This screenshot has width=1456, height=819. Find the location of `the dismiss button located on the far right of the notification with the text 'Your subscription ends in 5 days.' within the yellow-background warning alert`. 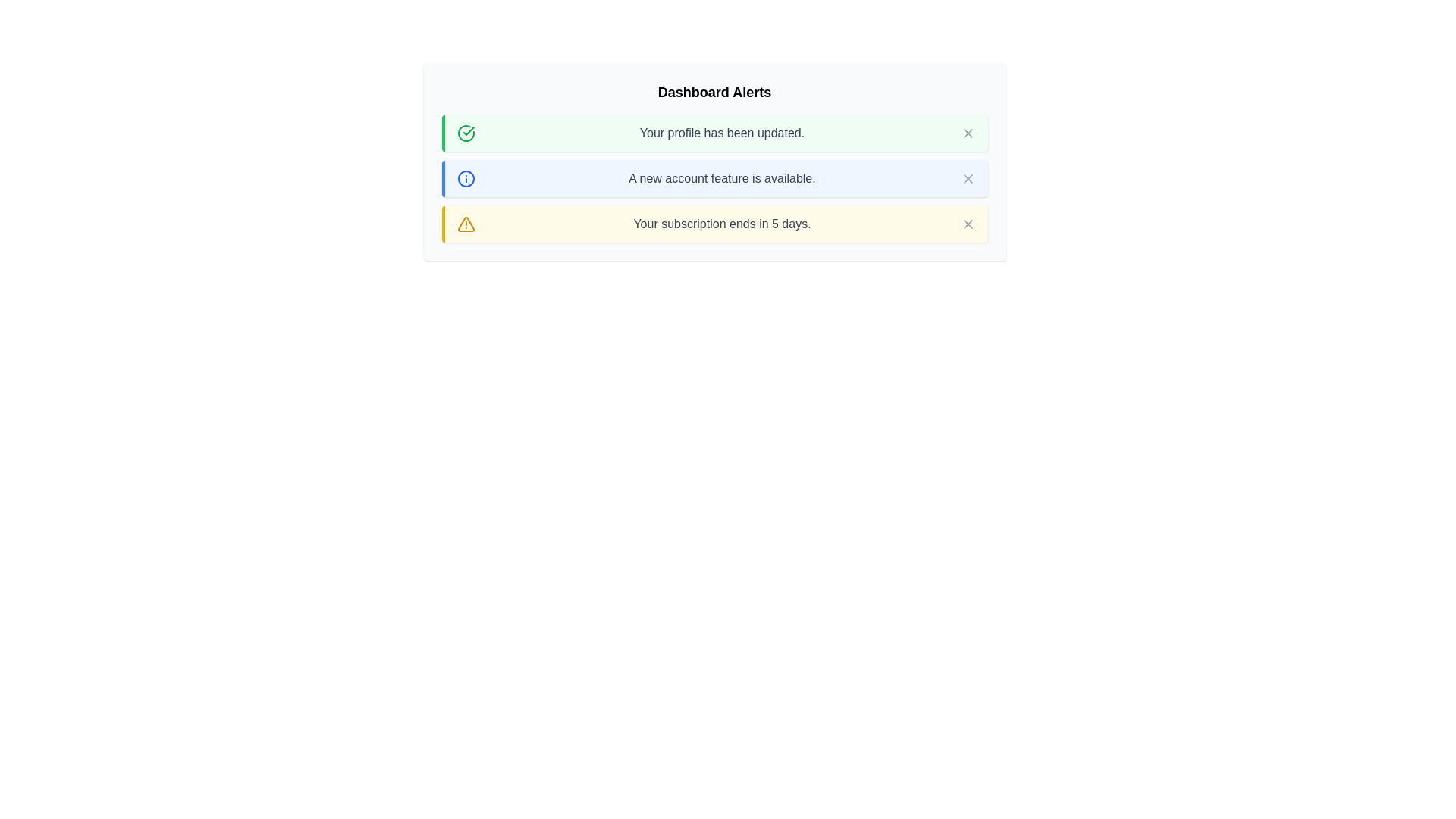

the dismiss button located on the far right of the notification with the text 'Your subscription ends in 5 days.' within the yellow-background warning alert is located at coordinates (967, 224).